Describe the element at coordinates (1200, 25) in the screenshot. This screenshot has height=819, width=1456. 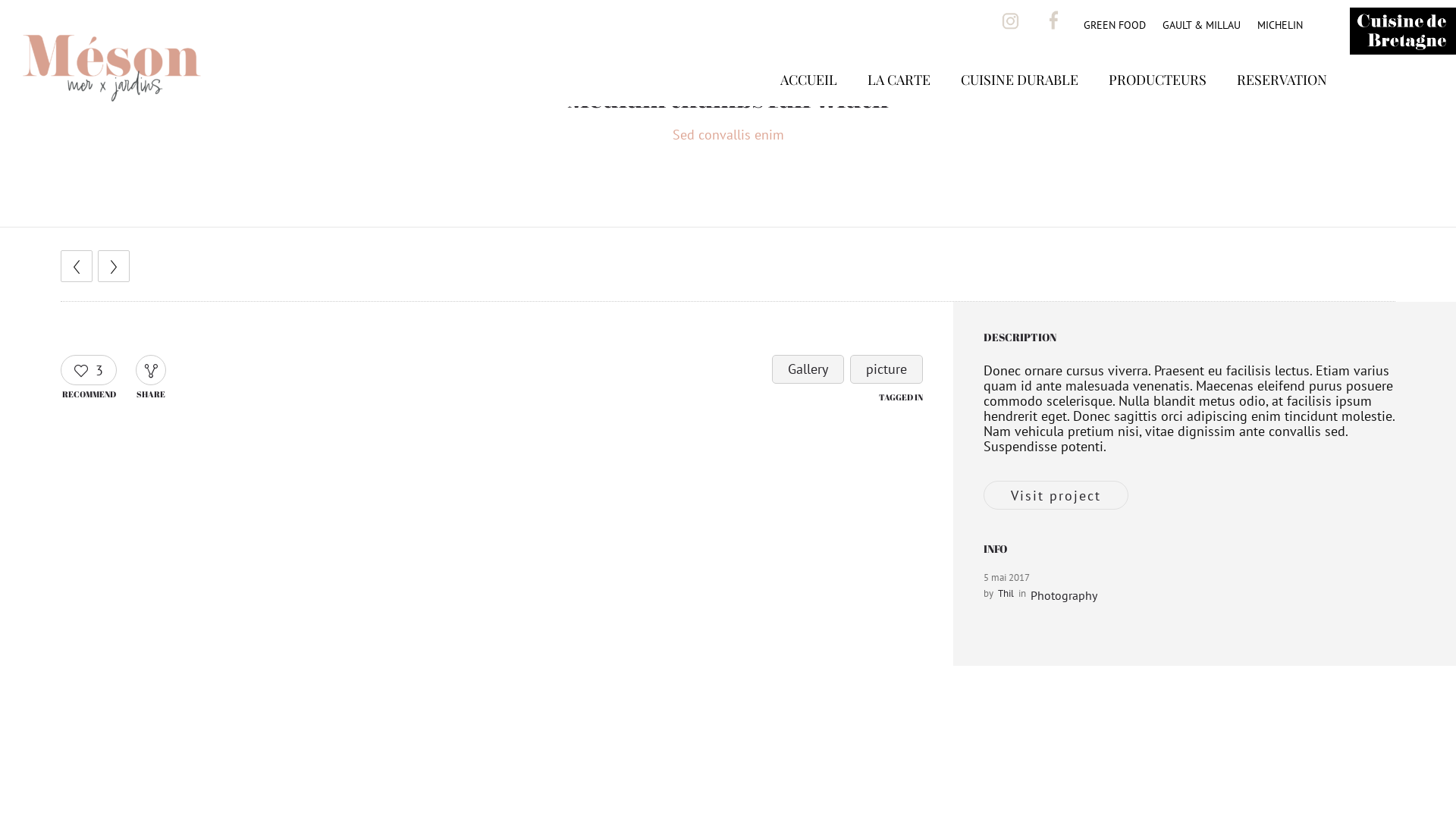
I see `'GAULT & MILLAU'` at that location.